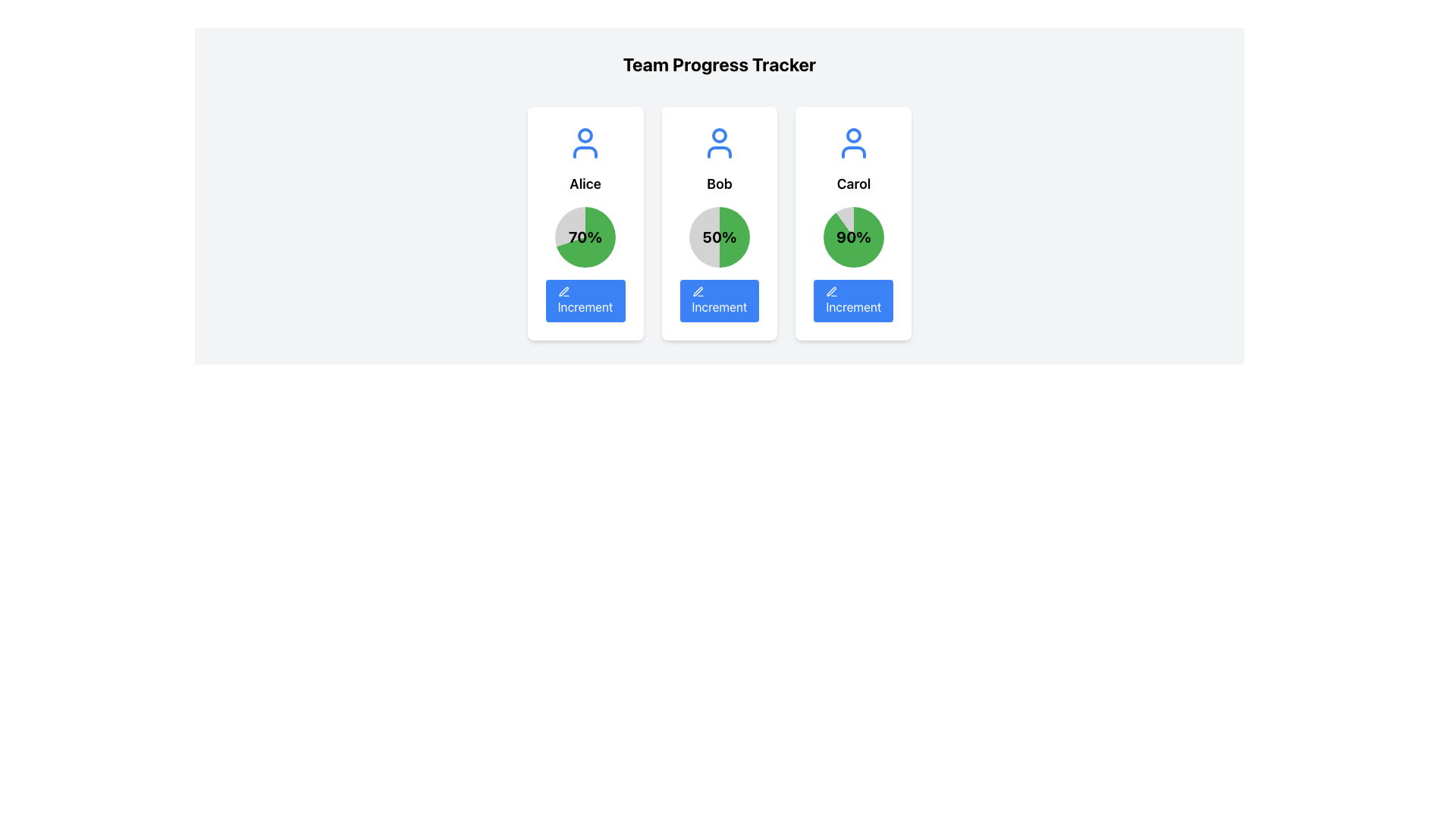  What do you see at coordinates (853, 301) in the screenshot?
I see `the 'Increment' button` at bounding box center [853, 301].